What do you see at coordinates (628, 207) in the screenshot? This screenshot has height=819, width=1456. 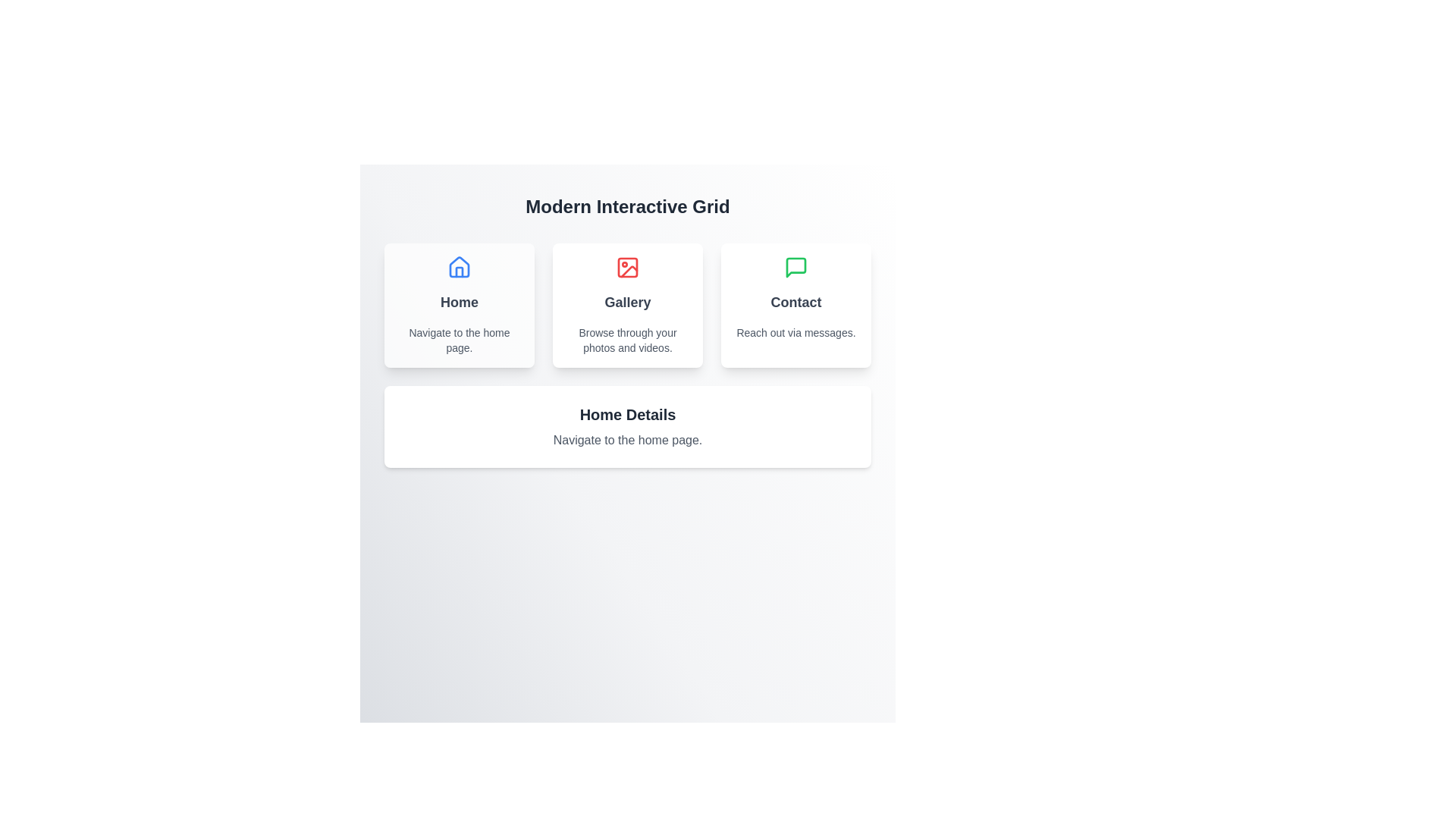 I see `the static text label that serves as the title or heading for the interface, positioned at the top of the header section above the grid layout` at bounding box center [628, 207].